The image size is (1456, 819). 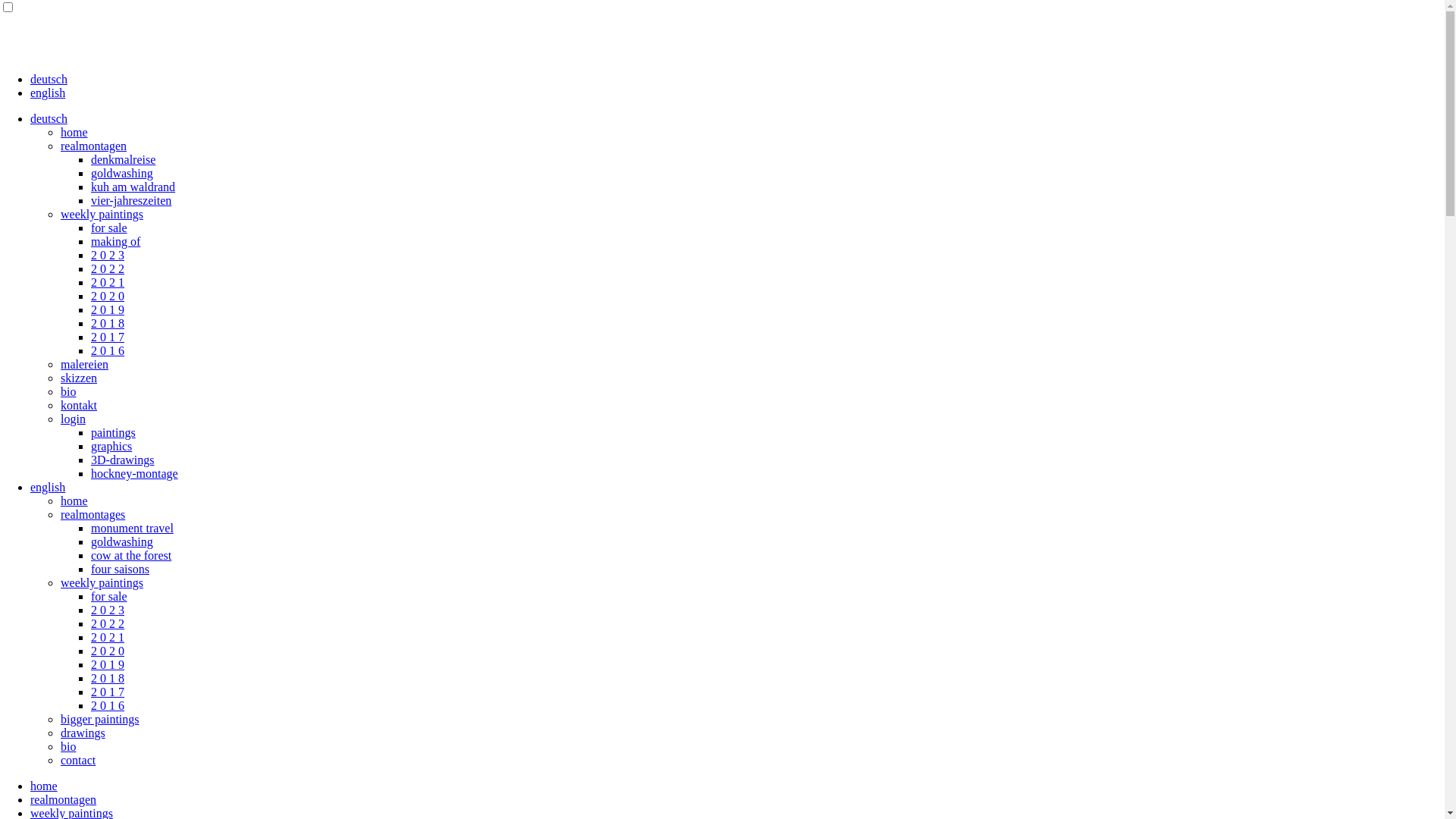 I want to click on 'contact', so click(x=77, y=760).